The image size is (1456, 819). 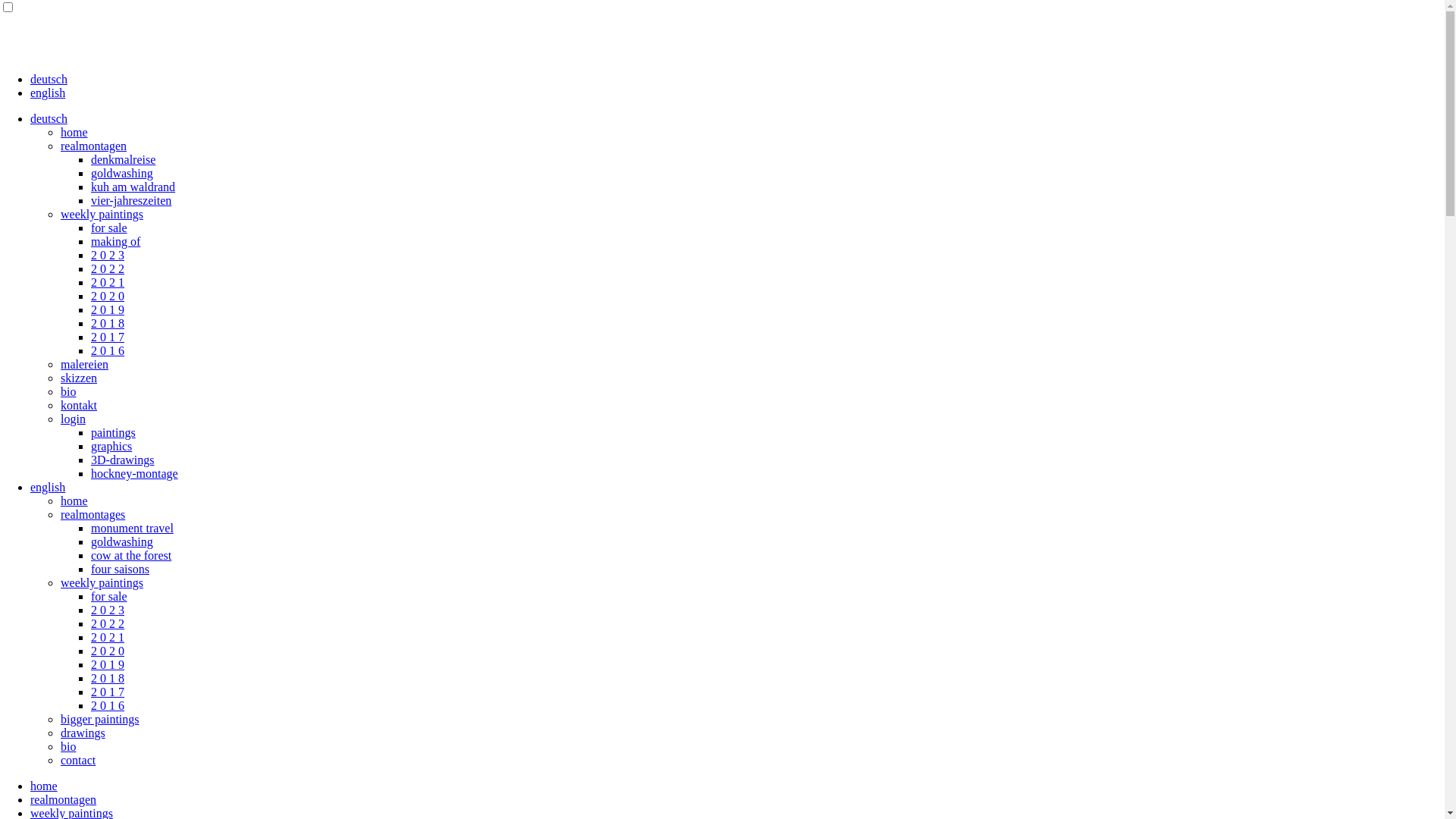 I want to click on 'contact', so click(x=77, y=760).